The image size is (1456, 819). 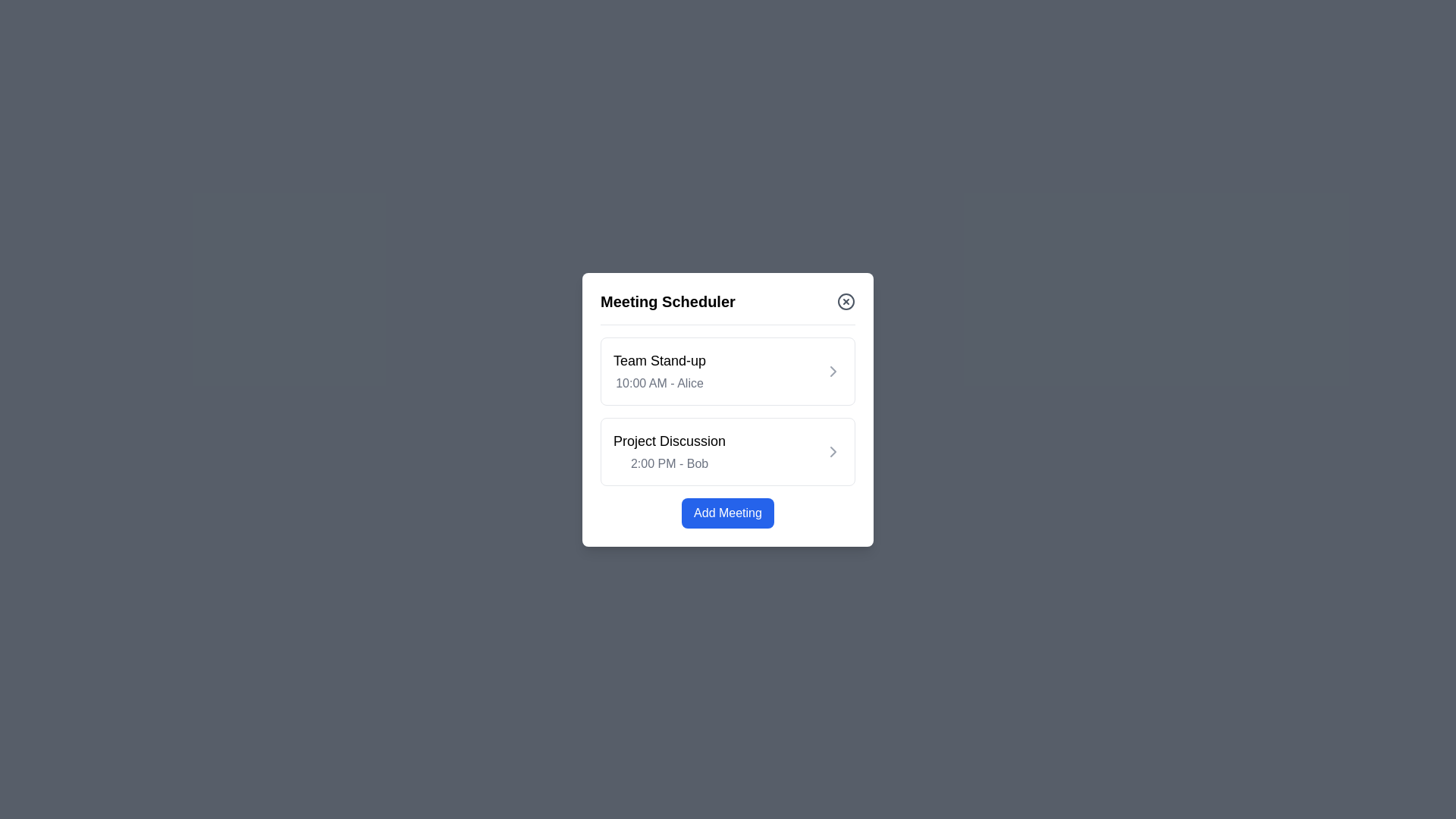 What do you see at coordinates (833, 450) in the screenshot?
I see `the chevron arrow SVG graphic icon located to the right of the 'Project Discussion' entry, which is vertically centered along the second meeting entry in the list` at bounding box center [833, 450].